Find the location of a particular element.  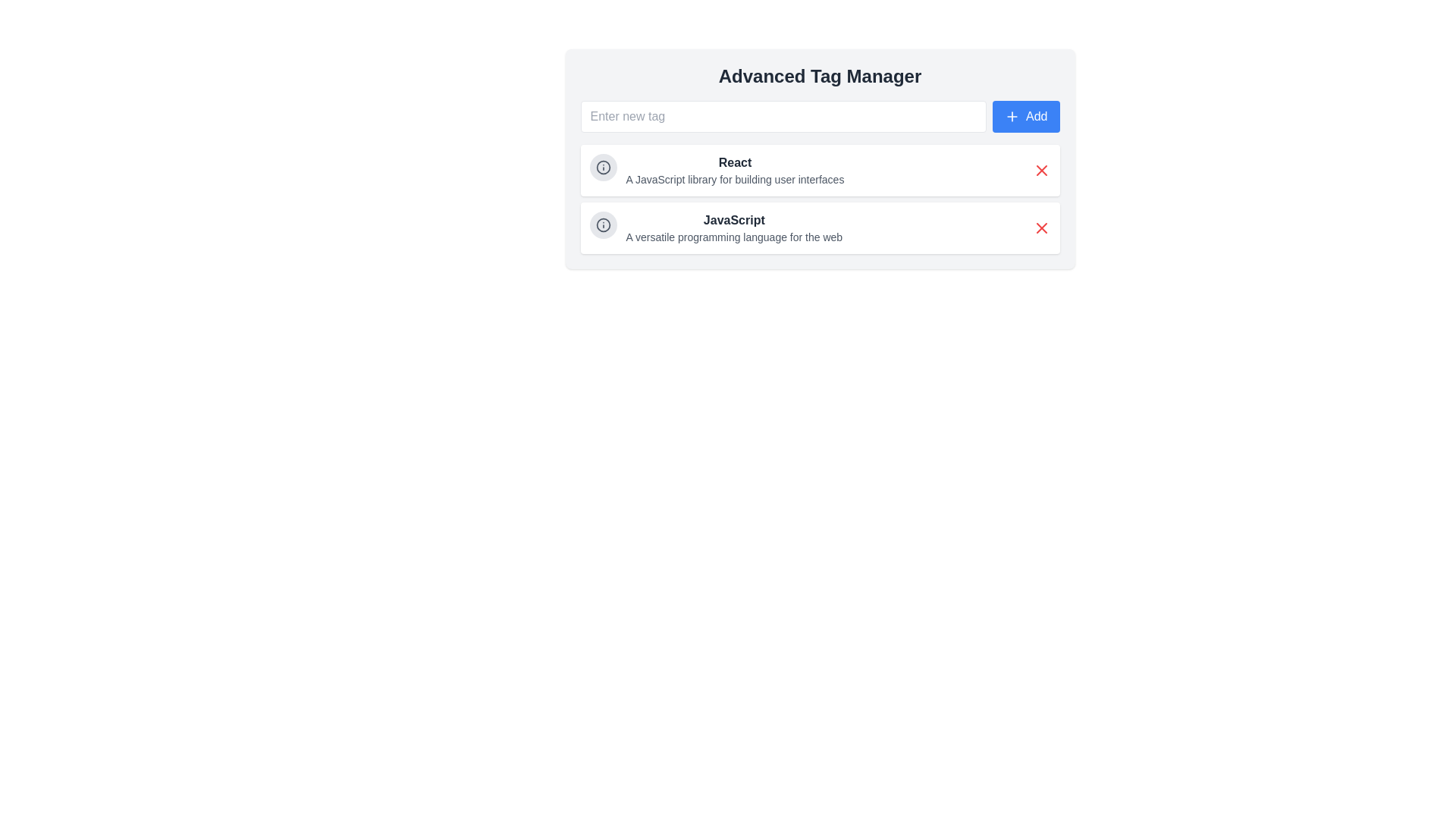

the text description of 'React' which consists of a bold heading and a brief subtext is located at coordinates (716, 170).